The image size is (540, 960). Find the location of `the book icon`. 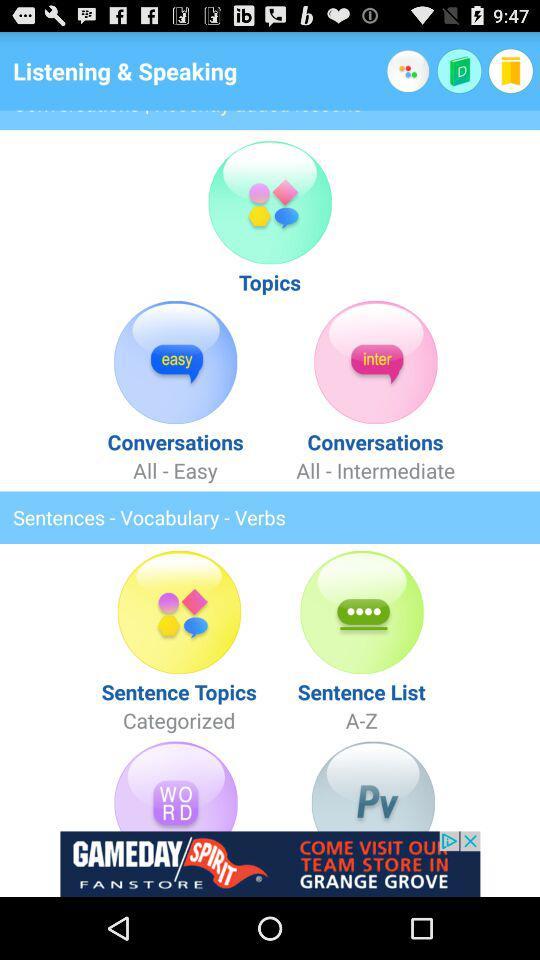

the book icon is located at coordinates (459, 75).